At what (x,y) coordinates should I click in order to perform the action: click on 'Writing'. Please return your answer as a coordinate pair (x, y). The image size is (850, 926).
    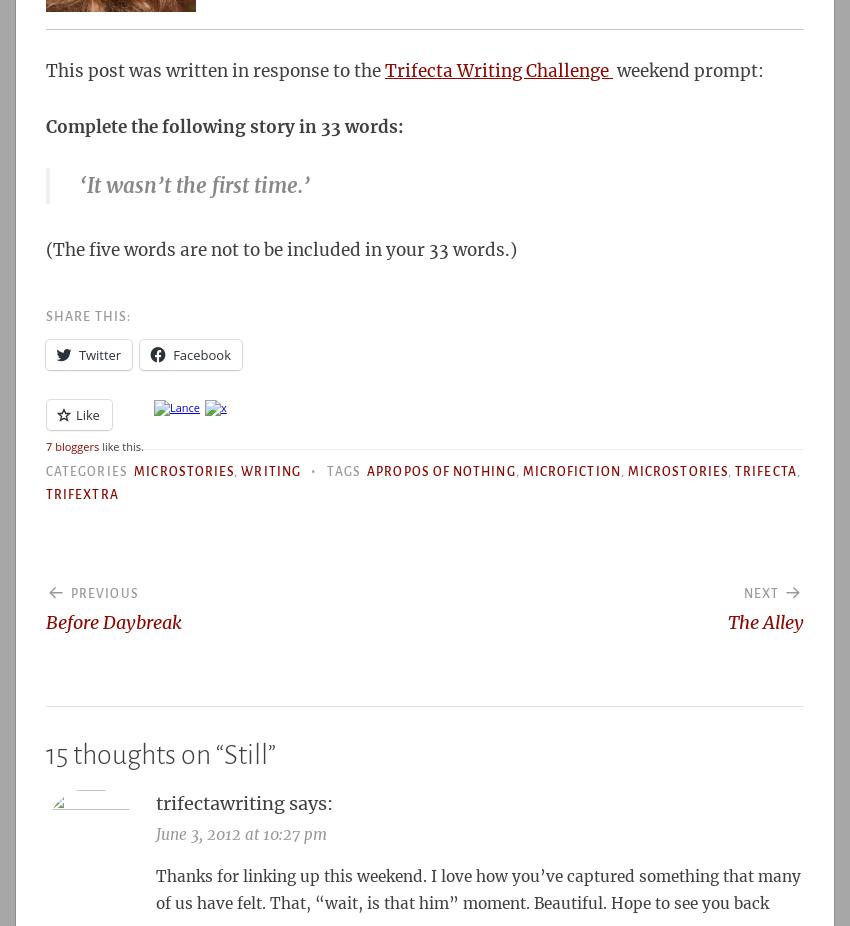
    Looking at the image, I should click on (269, 470).